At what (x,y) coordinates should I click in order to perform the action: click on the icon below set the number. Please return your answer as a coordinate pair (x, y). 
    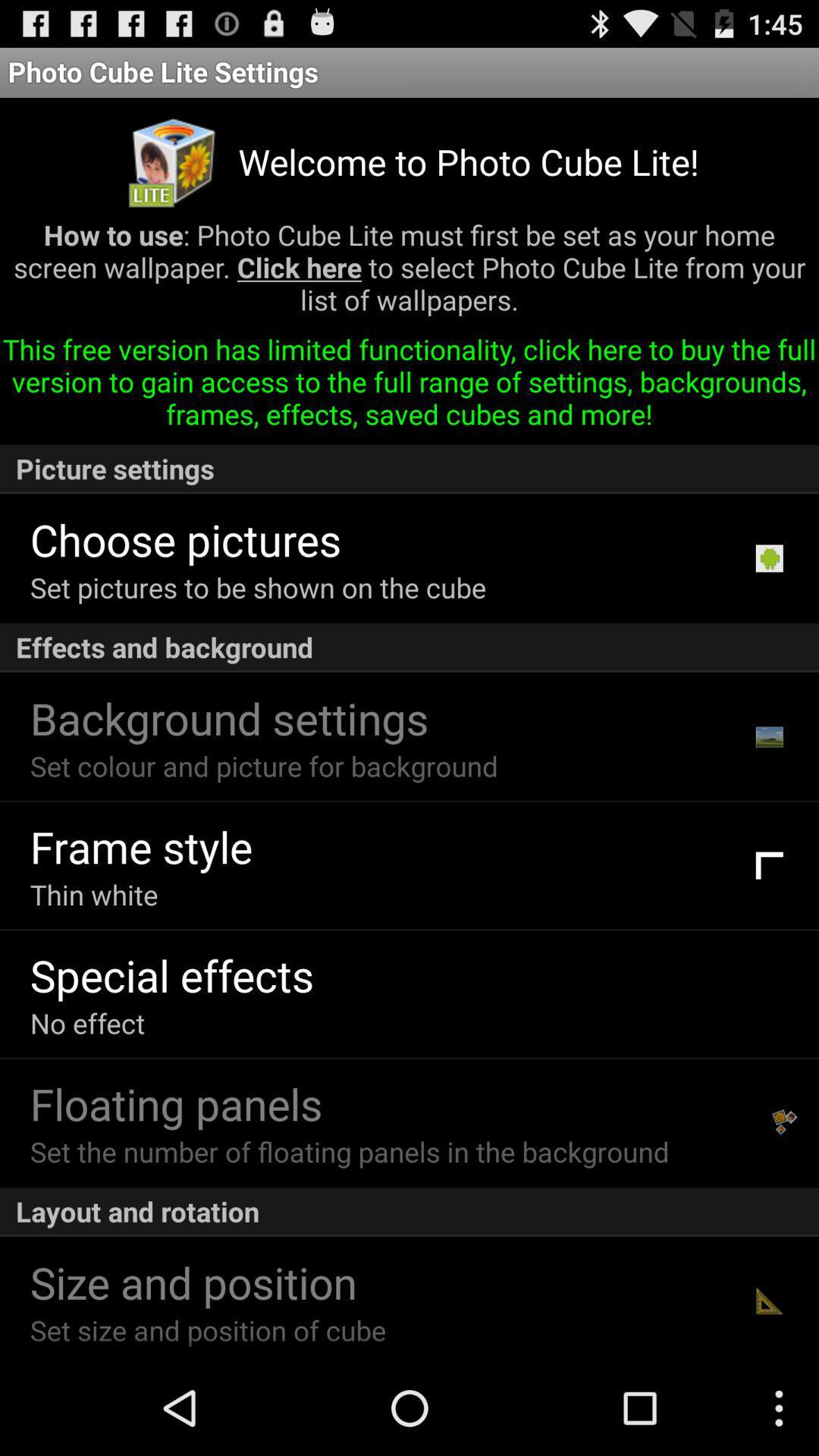
    Looking at the image, I should click on (409, 1211).